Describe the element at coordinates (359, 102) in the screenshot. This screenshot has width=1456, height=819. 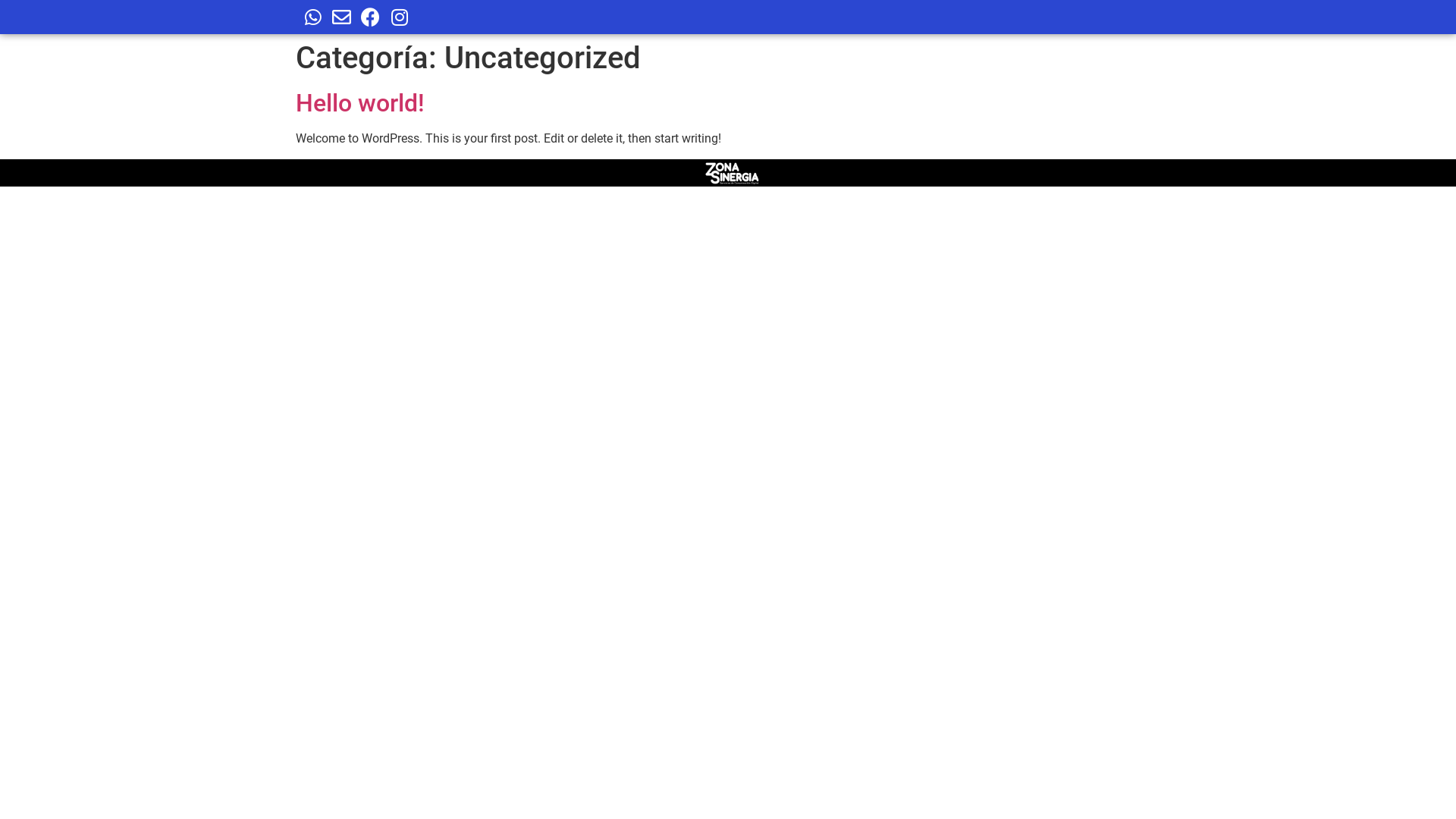
I see `'Hello world!'` at that location.